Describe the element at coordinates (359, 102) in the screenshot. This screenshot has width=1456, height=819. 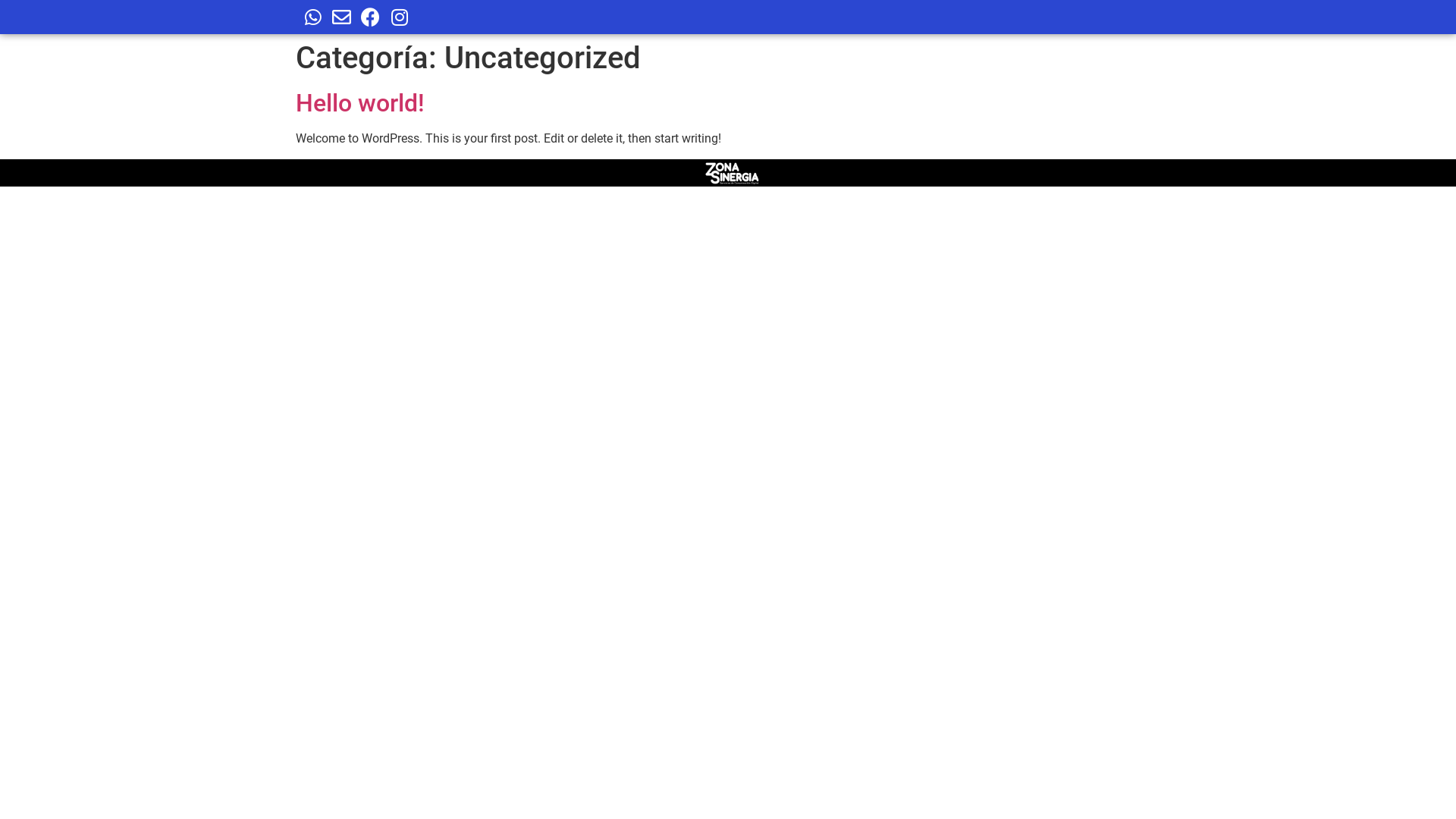
I see `'Hello world!'` at that location.